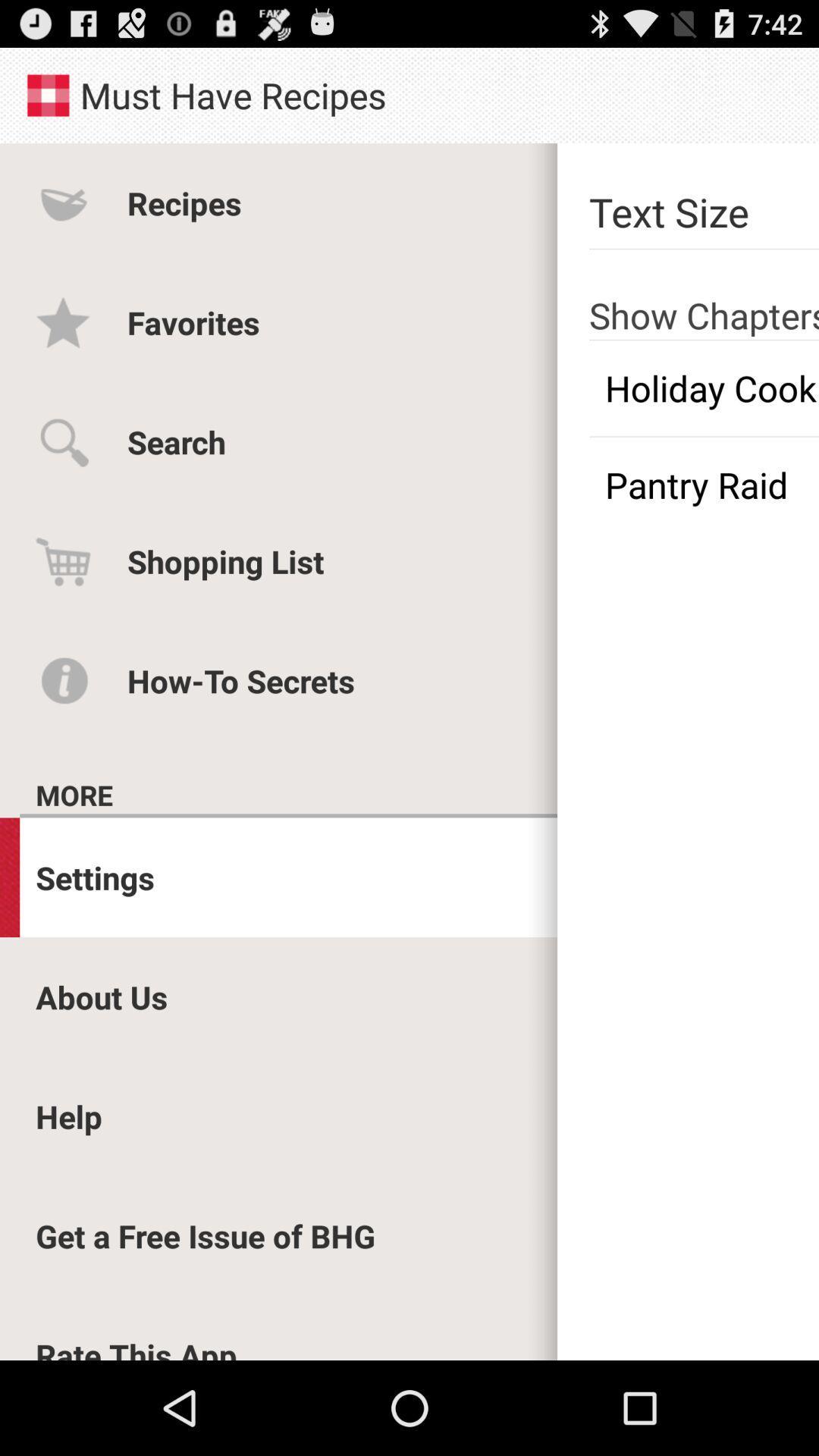 The height and width of the screenshot is (1456, 819). Describe the element at coordinates (704, 484) in the screenshot. I see `the pantry raid checkbox` at that location.